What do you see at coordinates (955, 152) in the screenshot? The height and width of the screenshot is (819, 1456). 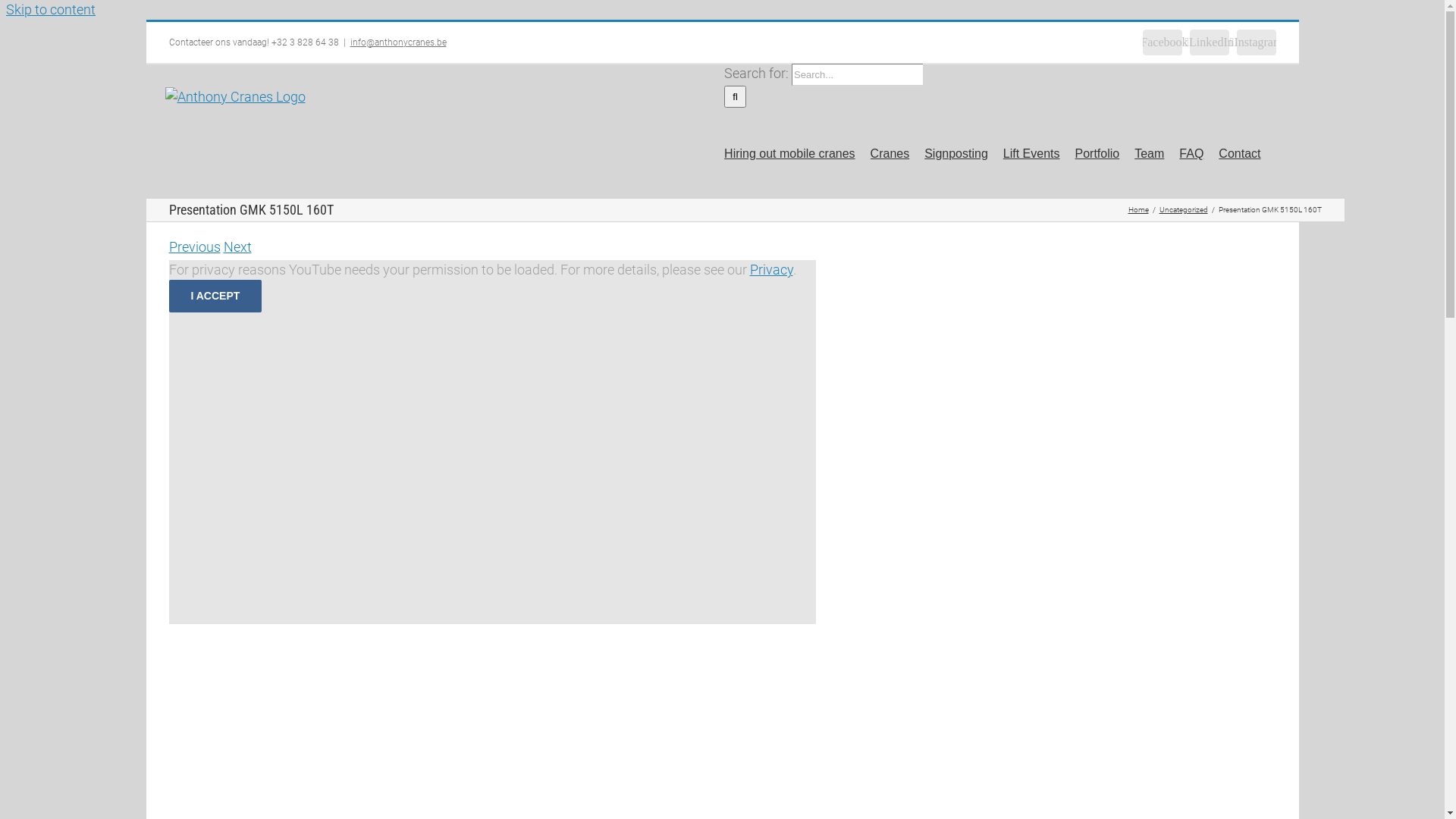 I see `'Signposting'` at bounding box center [955, 152].